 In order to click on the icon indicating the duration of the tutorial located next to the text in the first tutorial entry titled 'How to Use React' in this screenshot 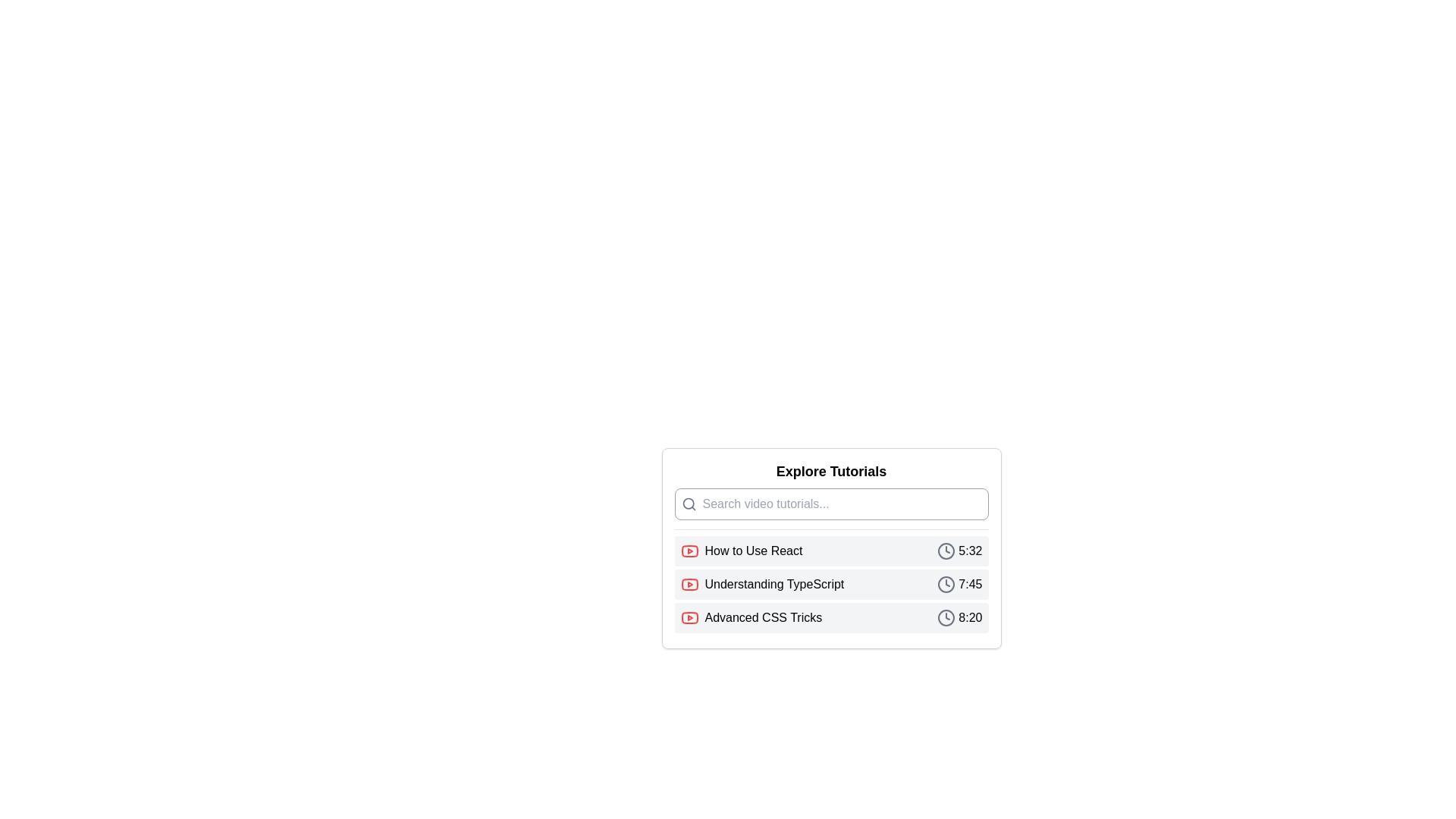, I will do `click(959, 551)`.